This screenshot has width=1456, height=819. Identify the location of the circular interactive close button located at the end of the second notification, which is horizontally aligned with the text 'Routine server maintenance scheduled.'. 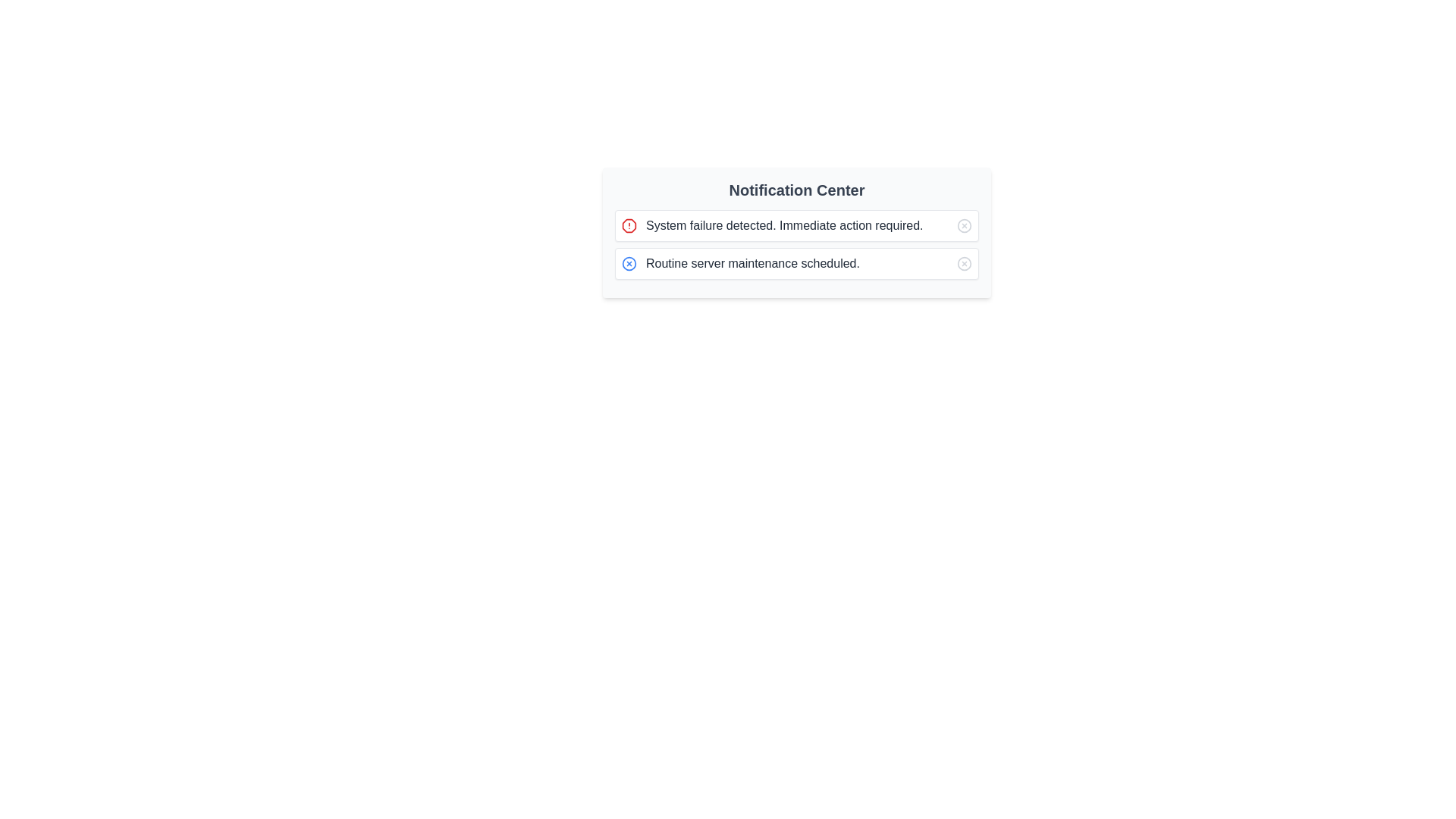
(964, 262).